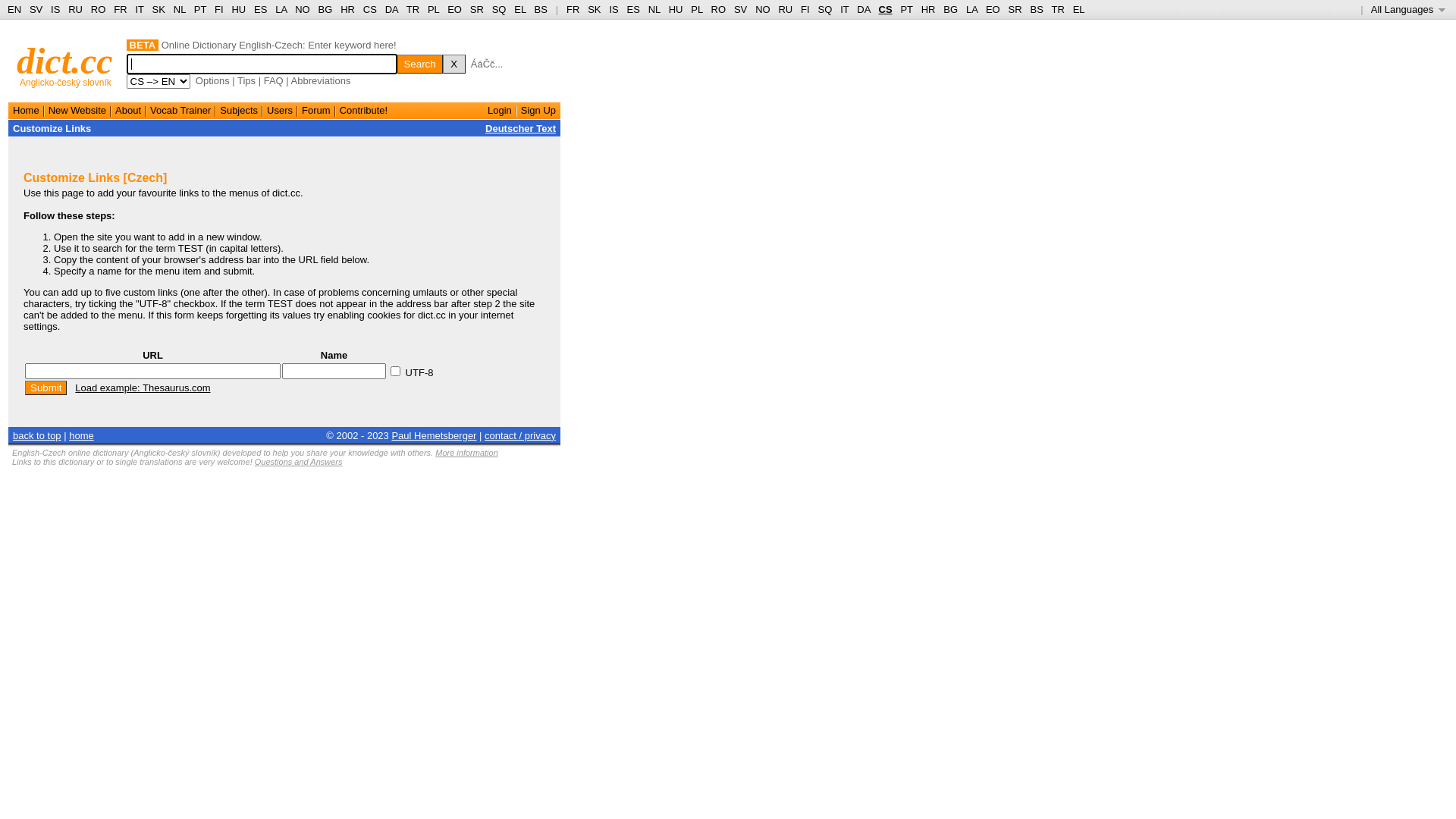  What do you see at coordinates (800, 9) in the screenshot?
I see `'FI'` at bounding box center [800, 9].